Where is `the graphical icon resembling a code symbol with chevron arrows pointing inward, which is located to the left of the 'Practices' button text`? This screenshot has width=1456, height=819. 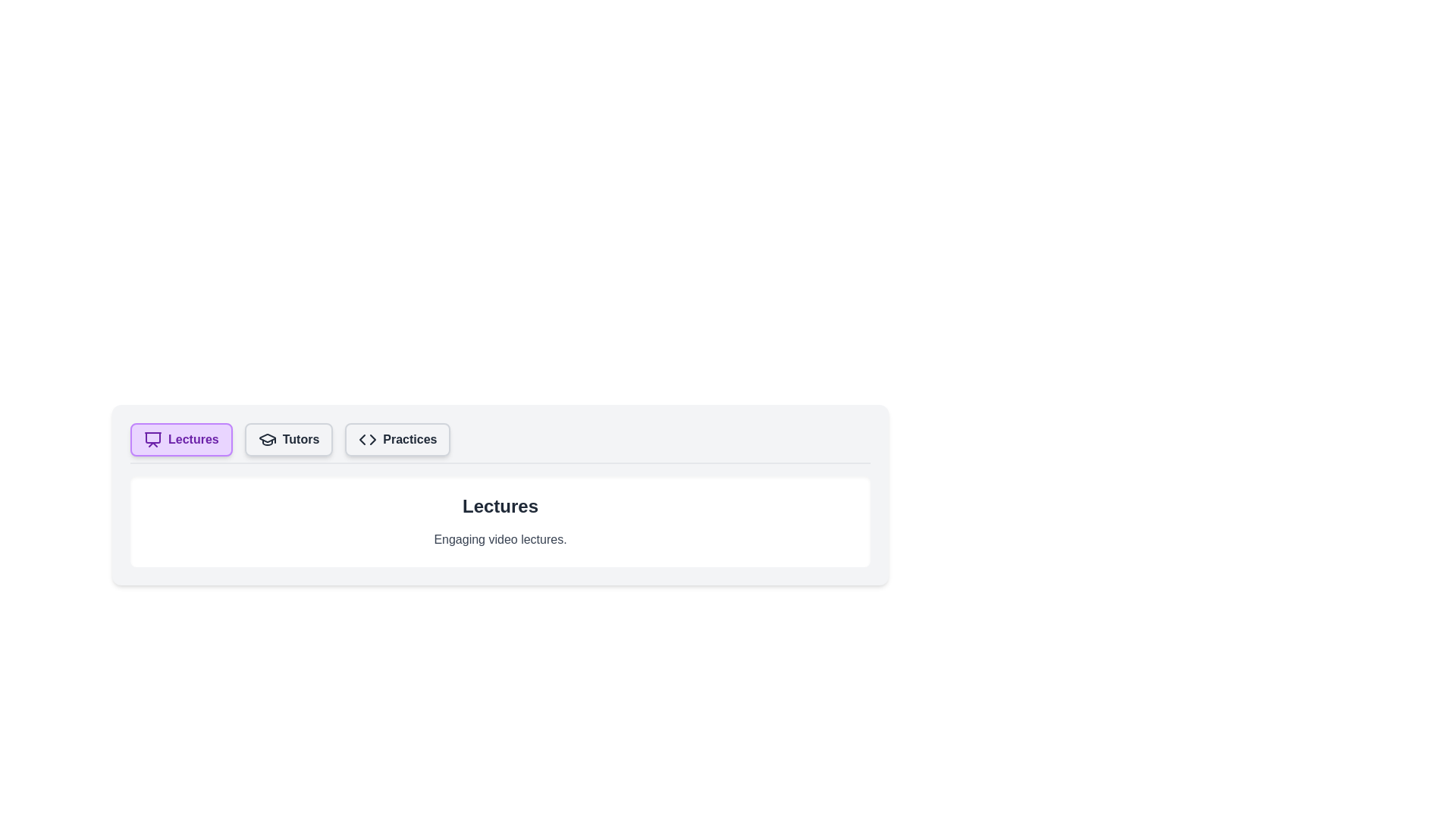
the graphical icon resembling a code symbol with chevron arrows pointing inward, which is located to the left of the 'Practices' button text is located at coordinates (368, 439).